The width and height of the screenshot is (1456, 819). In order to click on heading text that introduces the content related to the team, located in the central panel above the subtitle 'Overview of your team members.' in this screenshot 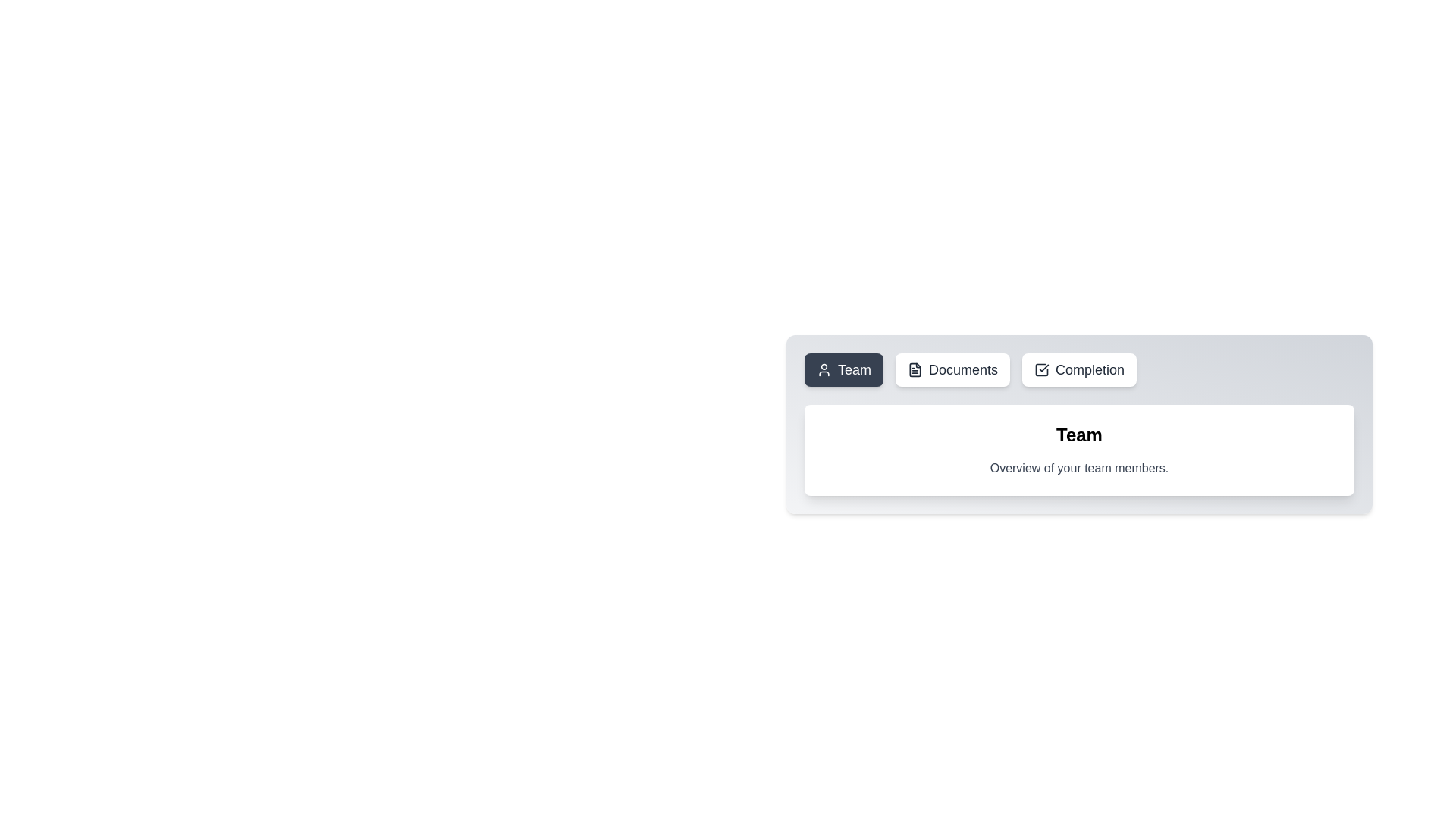, I will do `click(1078, 435)`.